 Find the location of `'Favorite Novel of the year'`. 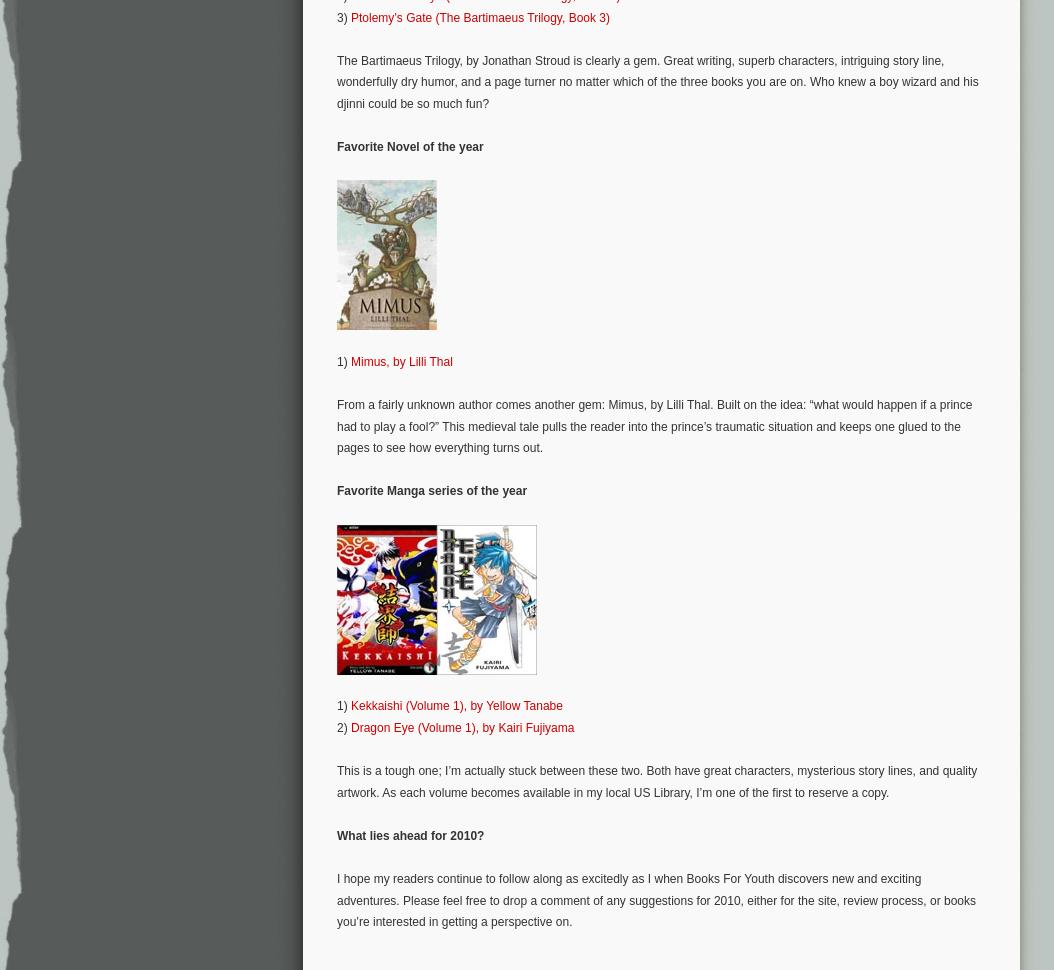

'Favorite Novel of the year' is located at coordinates (409, 146).